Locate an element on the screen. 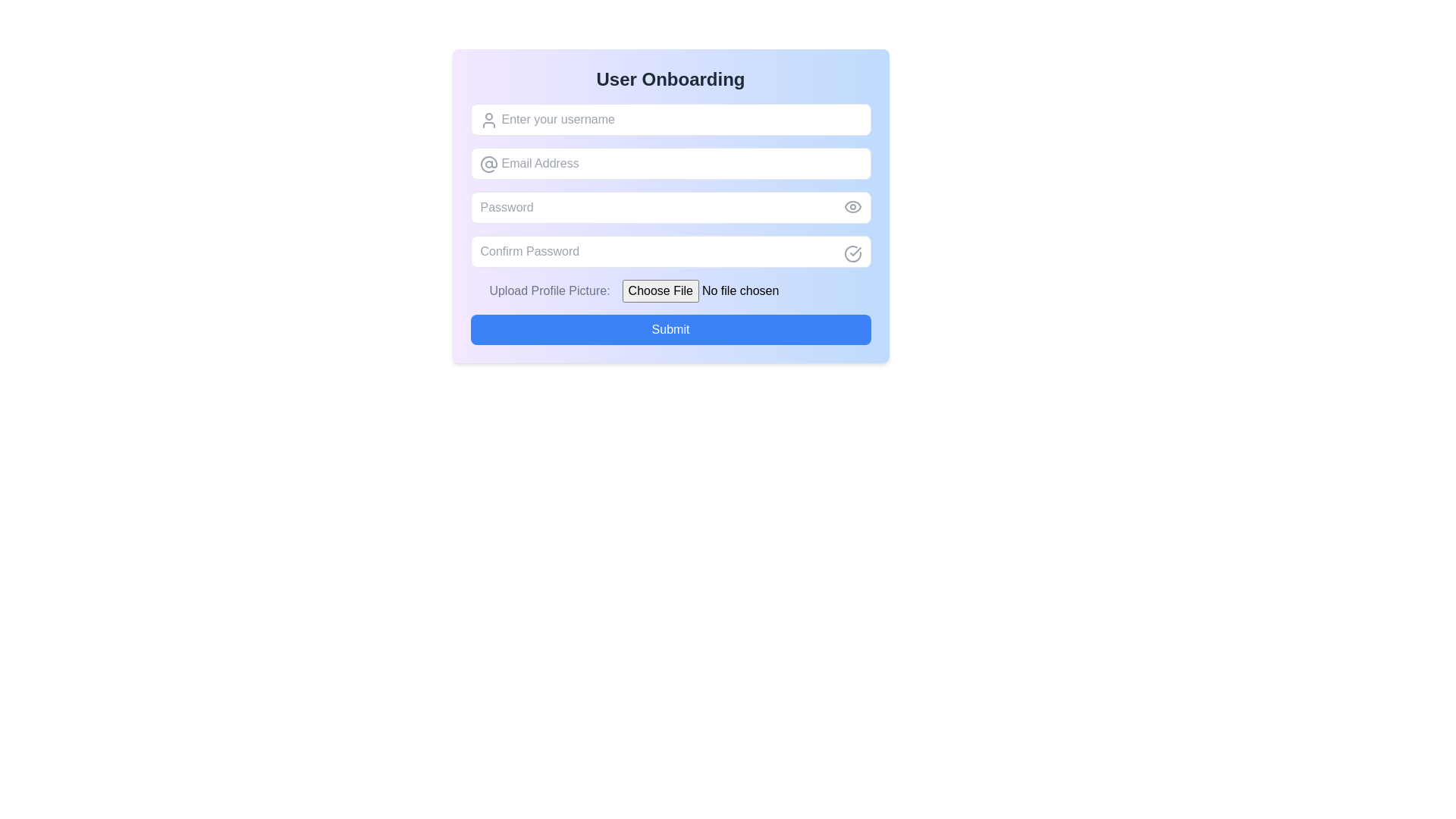 This screenshot has height=819, width=1456. the checkmark icon enclosed in a circle located at the far right of the 'Confirm Password' input field is located at coordinates (852, 253).